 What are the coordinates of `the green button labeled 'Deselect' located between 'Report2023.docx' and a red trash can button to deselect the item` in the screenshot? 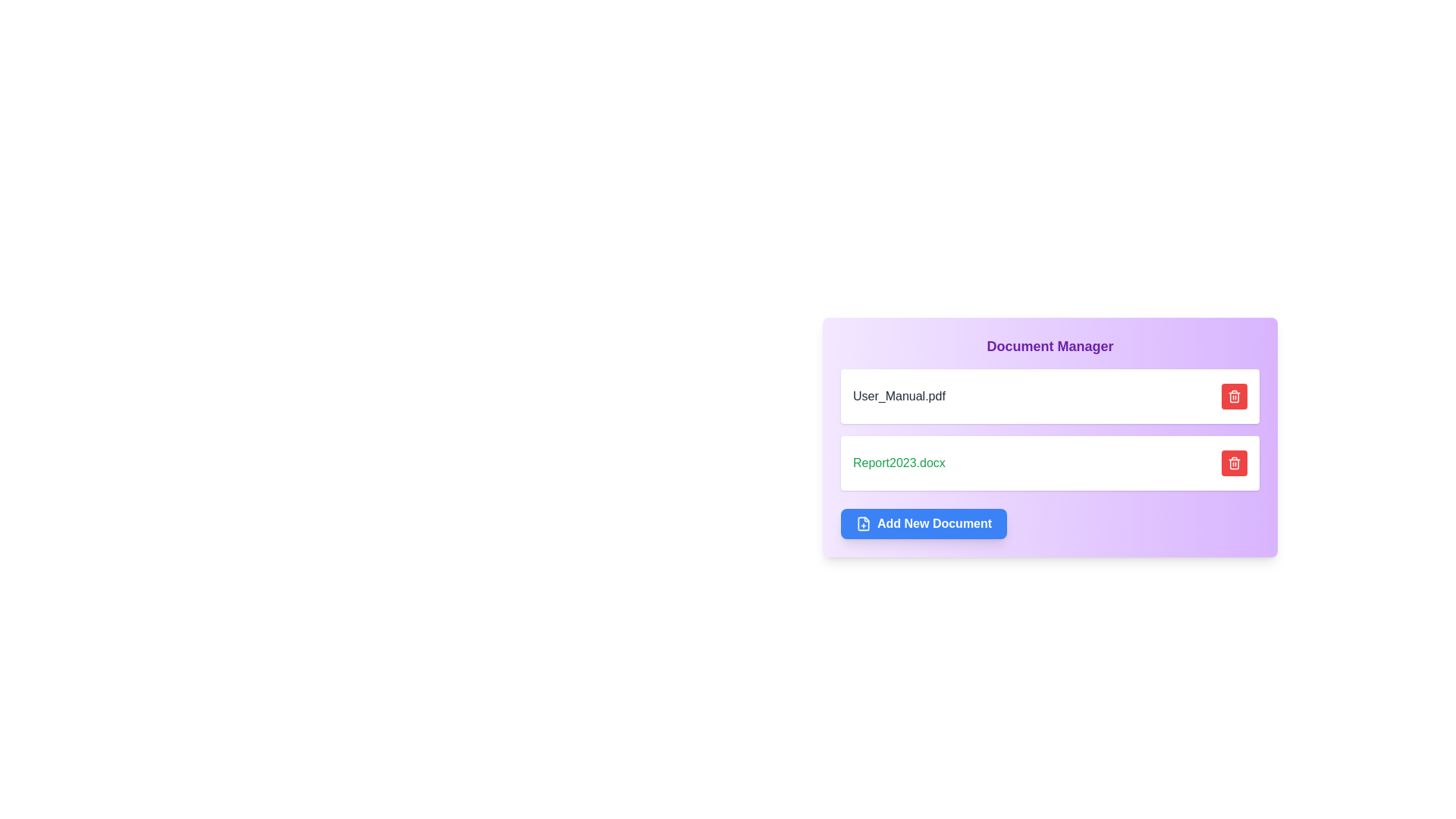 It's located at (1178, 462).